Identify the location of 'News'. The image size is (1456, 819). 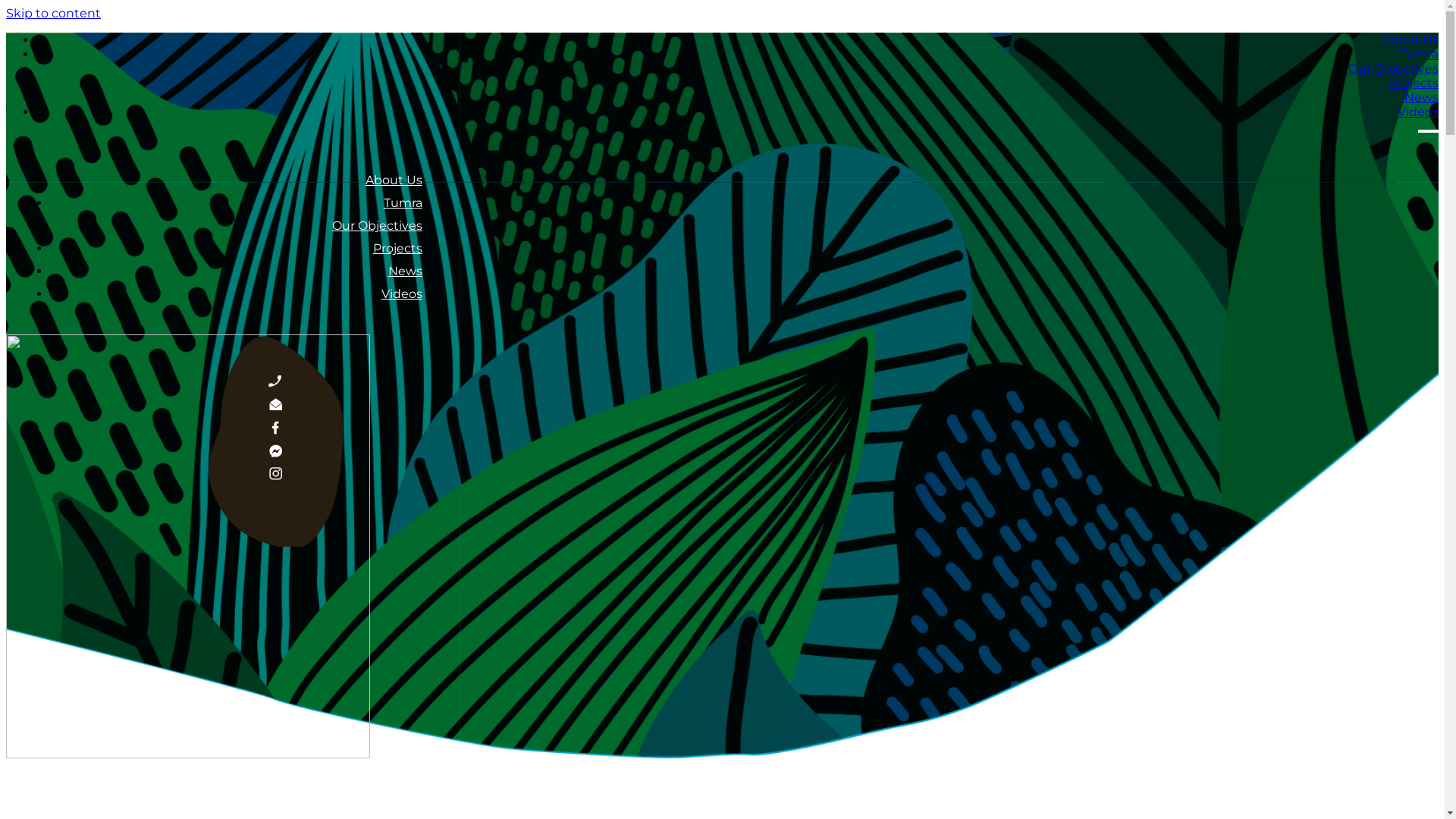
(405, 265).